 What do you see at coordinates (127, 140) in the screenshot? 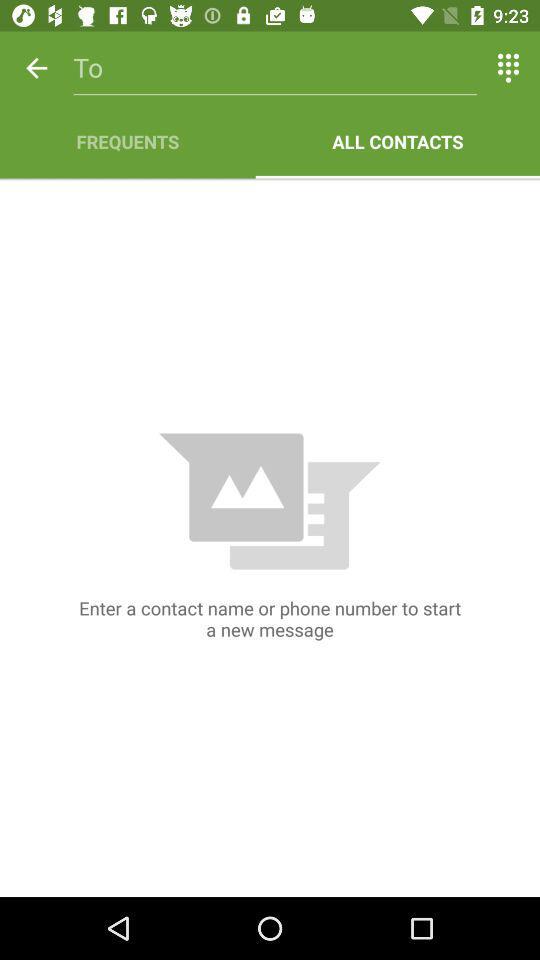
I see `the frequents` at bounding box center [127, 140].